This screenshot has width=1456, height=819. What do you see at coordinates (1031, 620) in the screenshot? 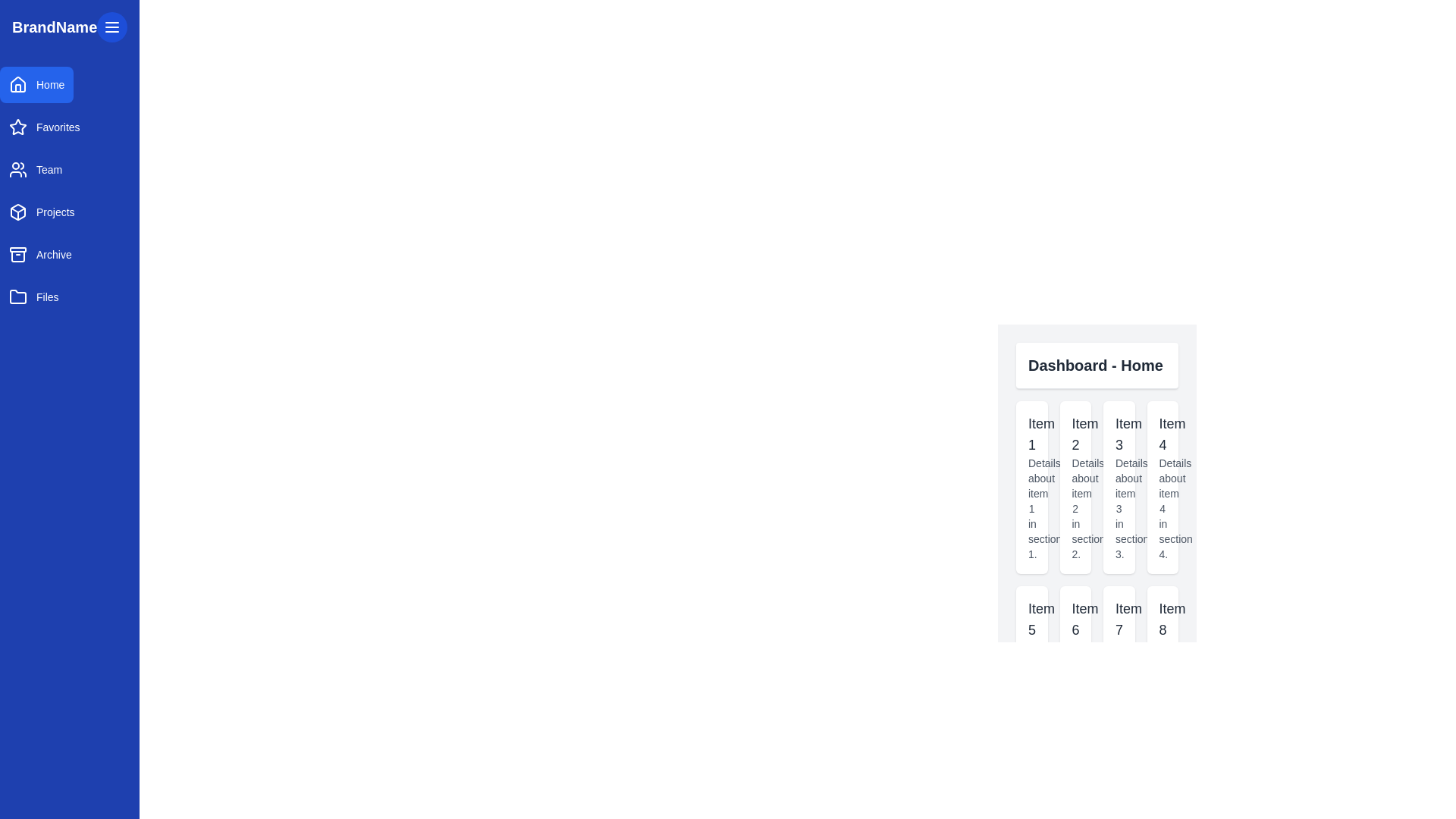
I see `the 'Item 5' text label, which serves as the title for its card, located in the bottom row of the grid layout` at bounding box center [1031, 620].